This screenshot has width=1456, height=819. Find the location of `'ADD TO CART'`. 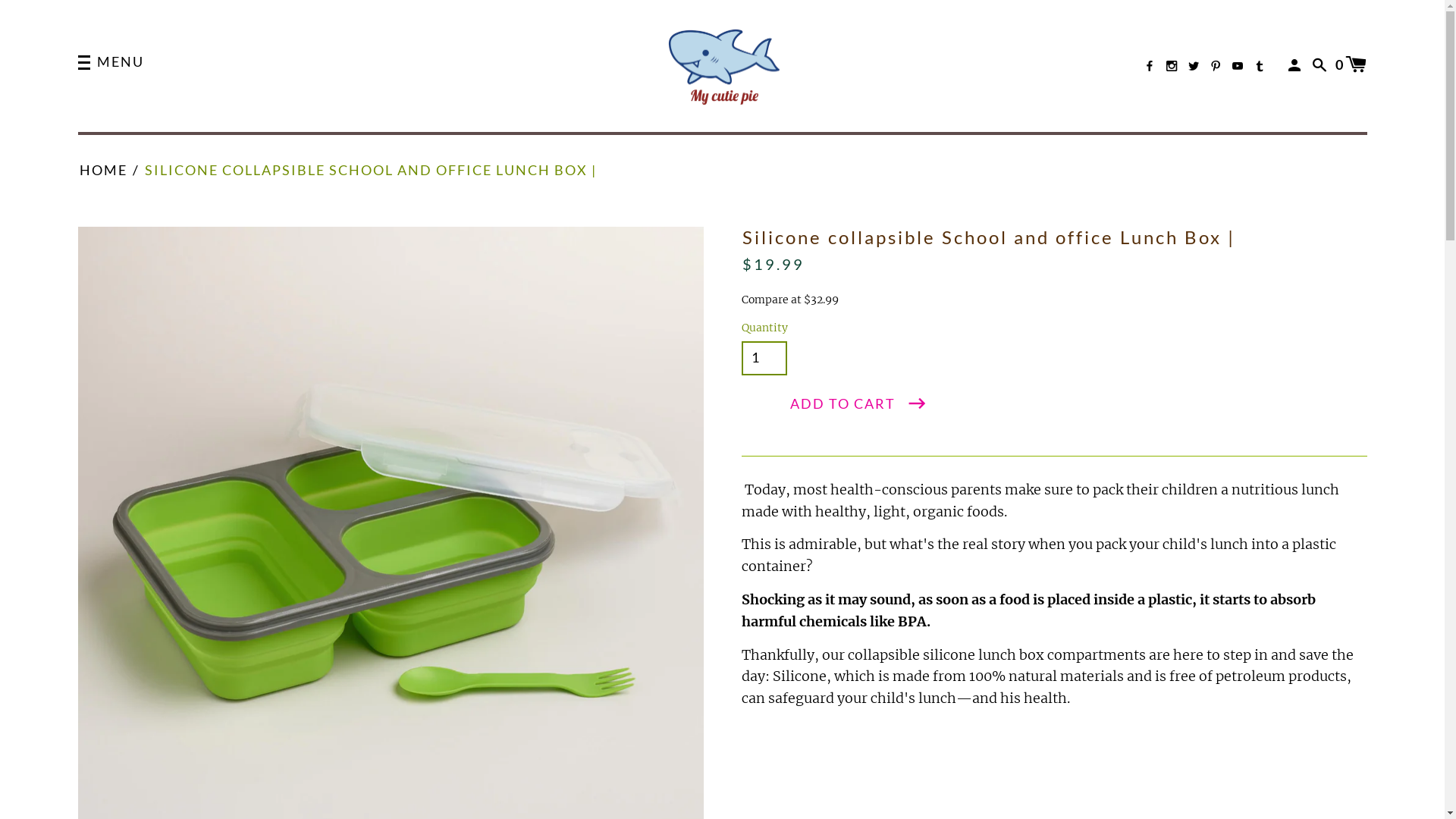

'ADD TO CART' is located at coordinates (858, 403).